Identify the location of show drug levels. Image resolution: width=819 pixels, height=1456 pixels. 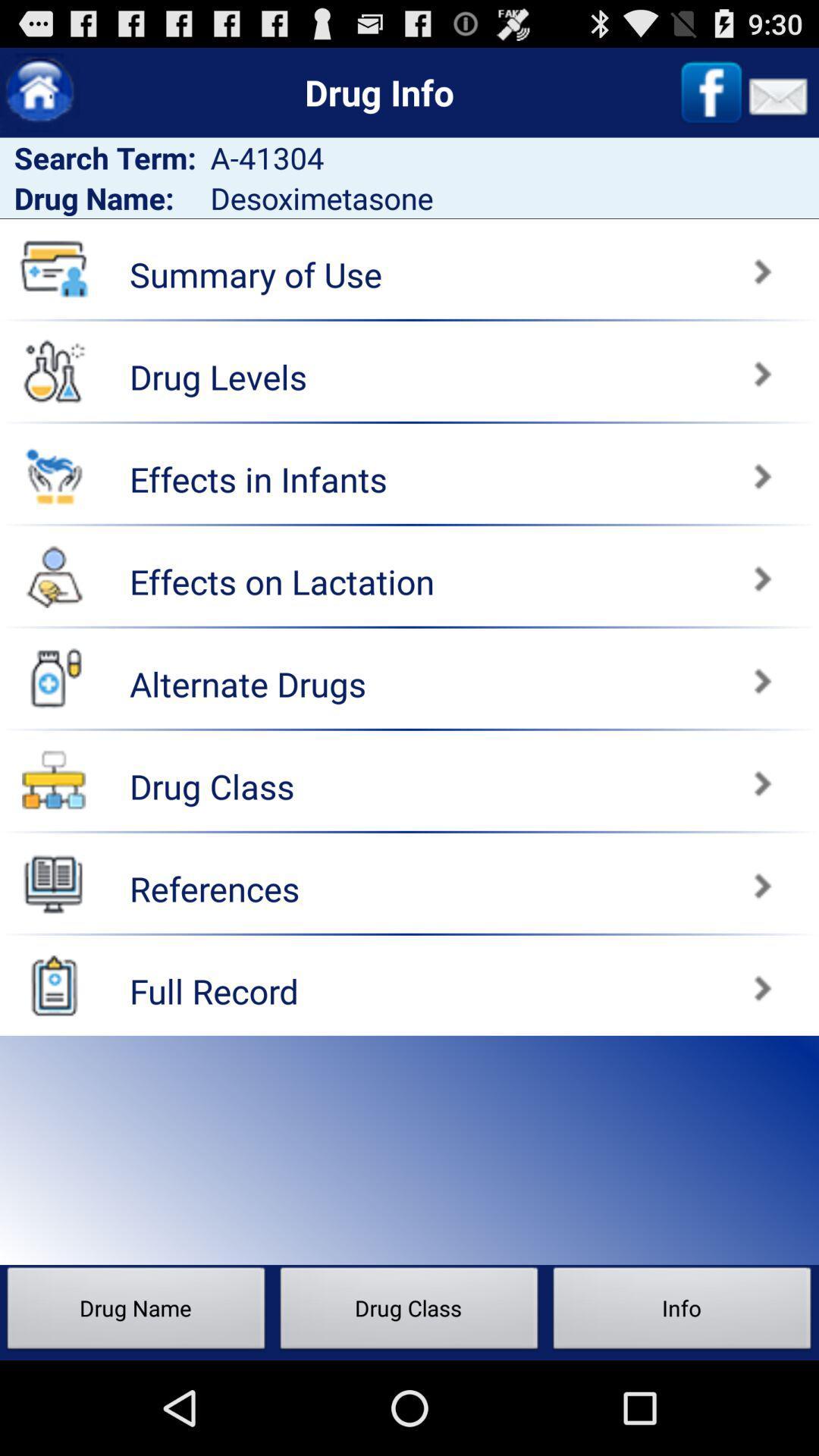
(53, 371).